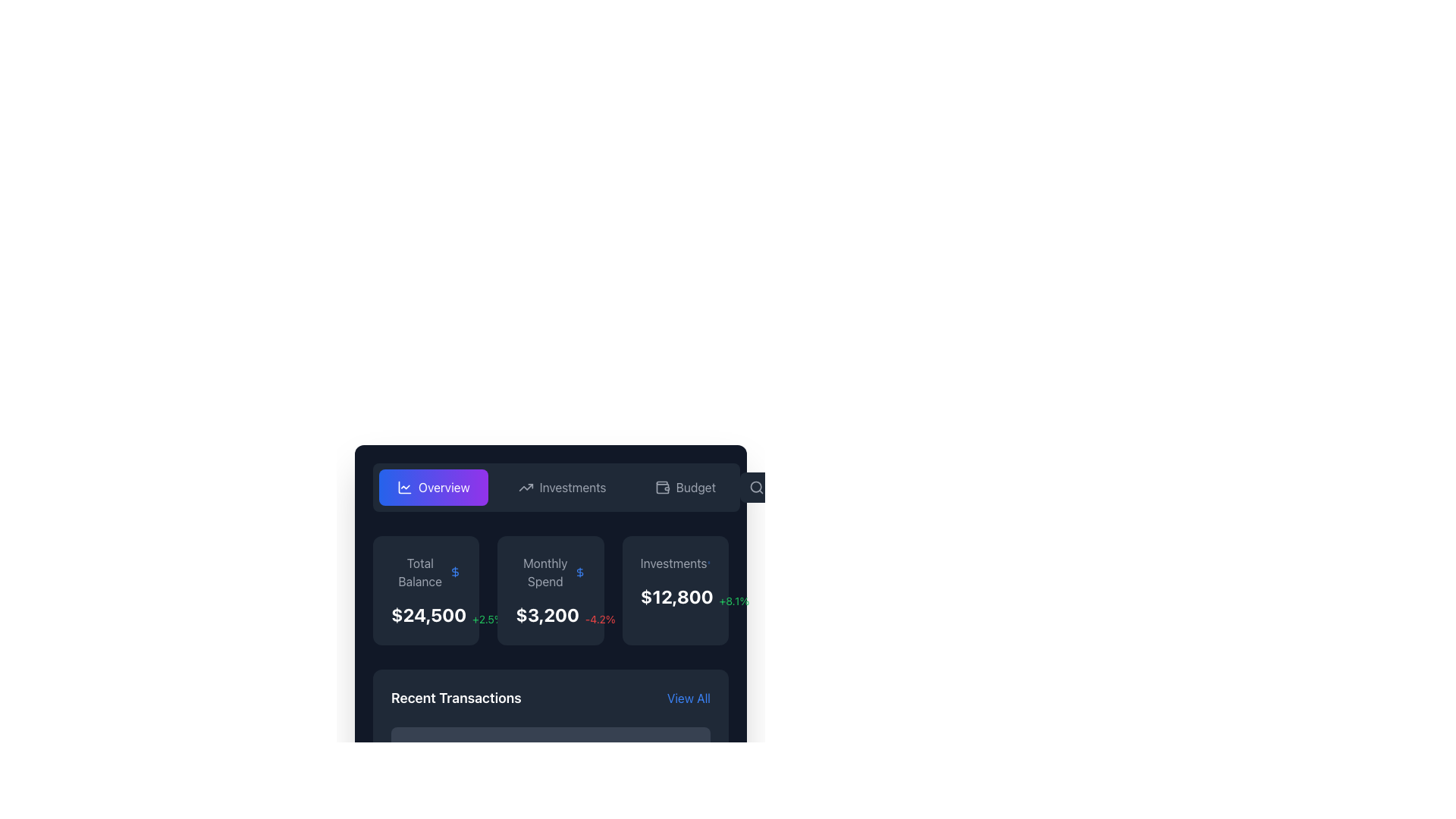  I want to click on the blue dollar sign icon located in the header section of the 'Monthly Spend' summary card, positioned to the right of the 'Monthly Spend' text, so click(579, 573).